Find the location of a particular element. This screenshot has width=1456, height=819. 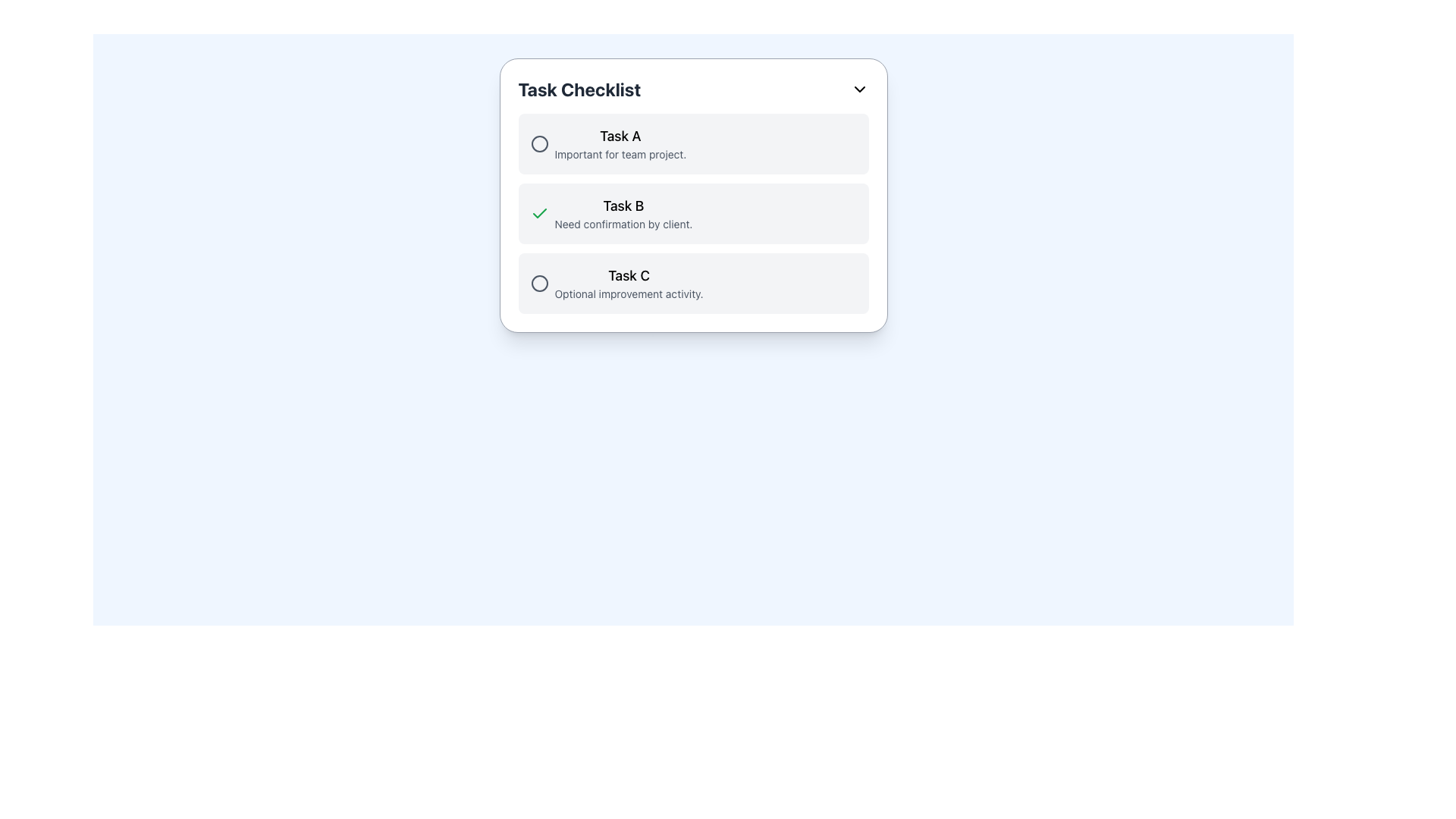

the SVG Circle or Icon that serves as a decorative and informative marker for 'Task C', located at the far left of the task entry and vertically centered with respect to the task description is located at coordinates (539, 284).